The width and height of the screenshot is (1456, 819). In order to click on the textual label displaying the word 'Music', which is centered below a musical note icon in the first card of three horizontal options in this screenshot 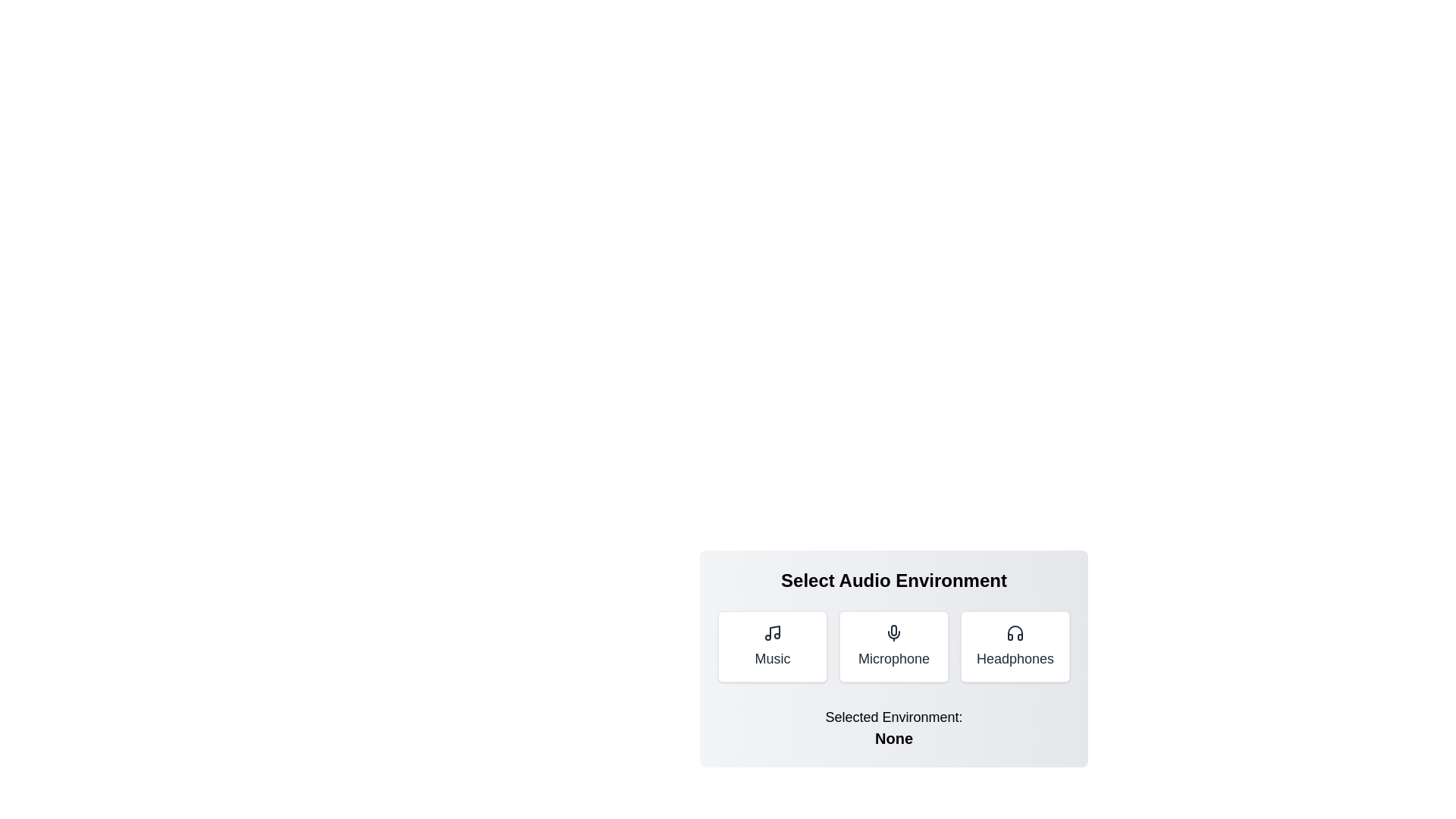, I will do `click(772, 657)`.